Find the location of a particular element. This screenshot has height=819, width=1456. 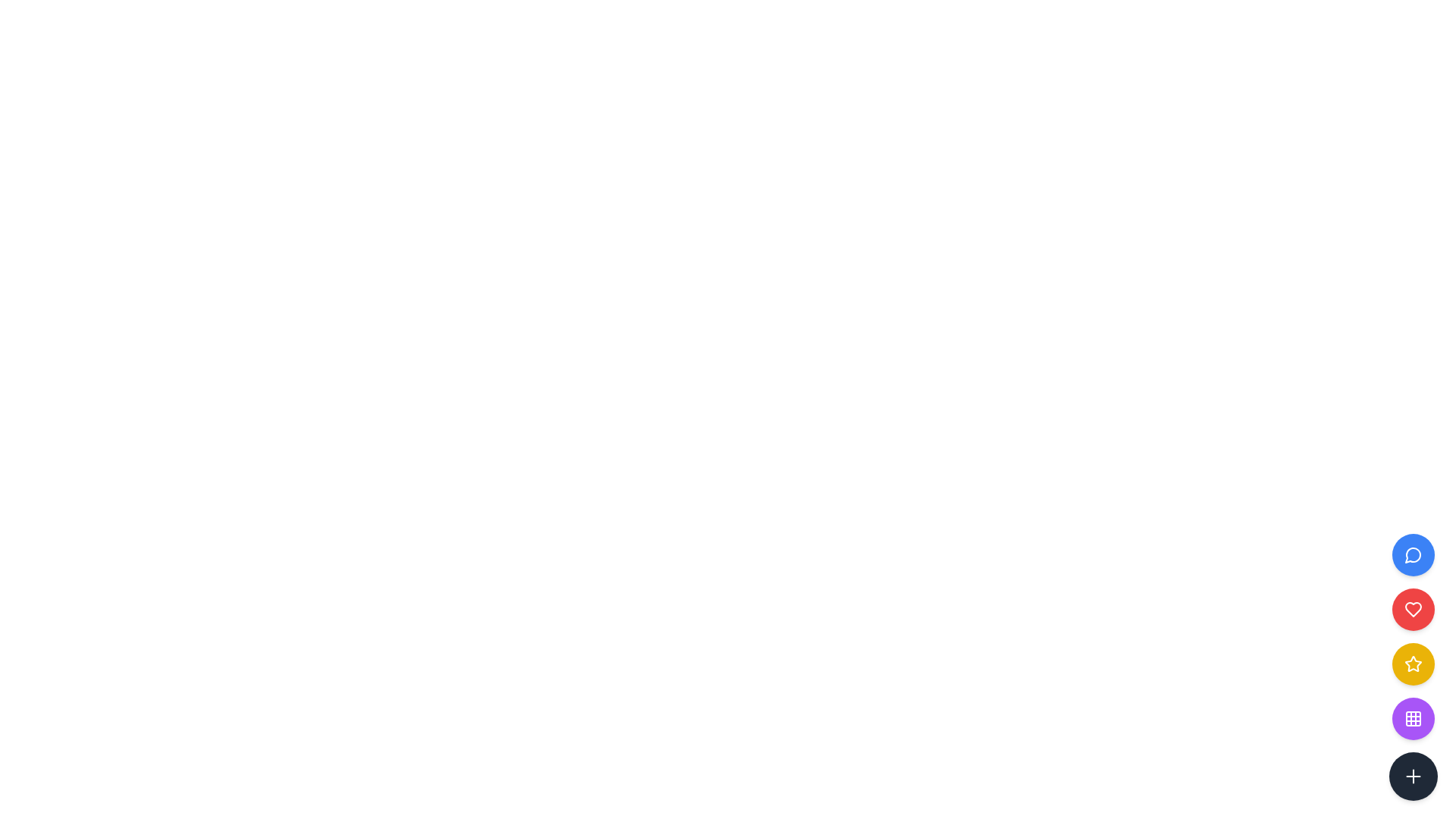

the circular red button with a white heart icon to trigger the color change effect is located at coordinates (1412, 608).